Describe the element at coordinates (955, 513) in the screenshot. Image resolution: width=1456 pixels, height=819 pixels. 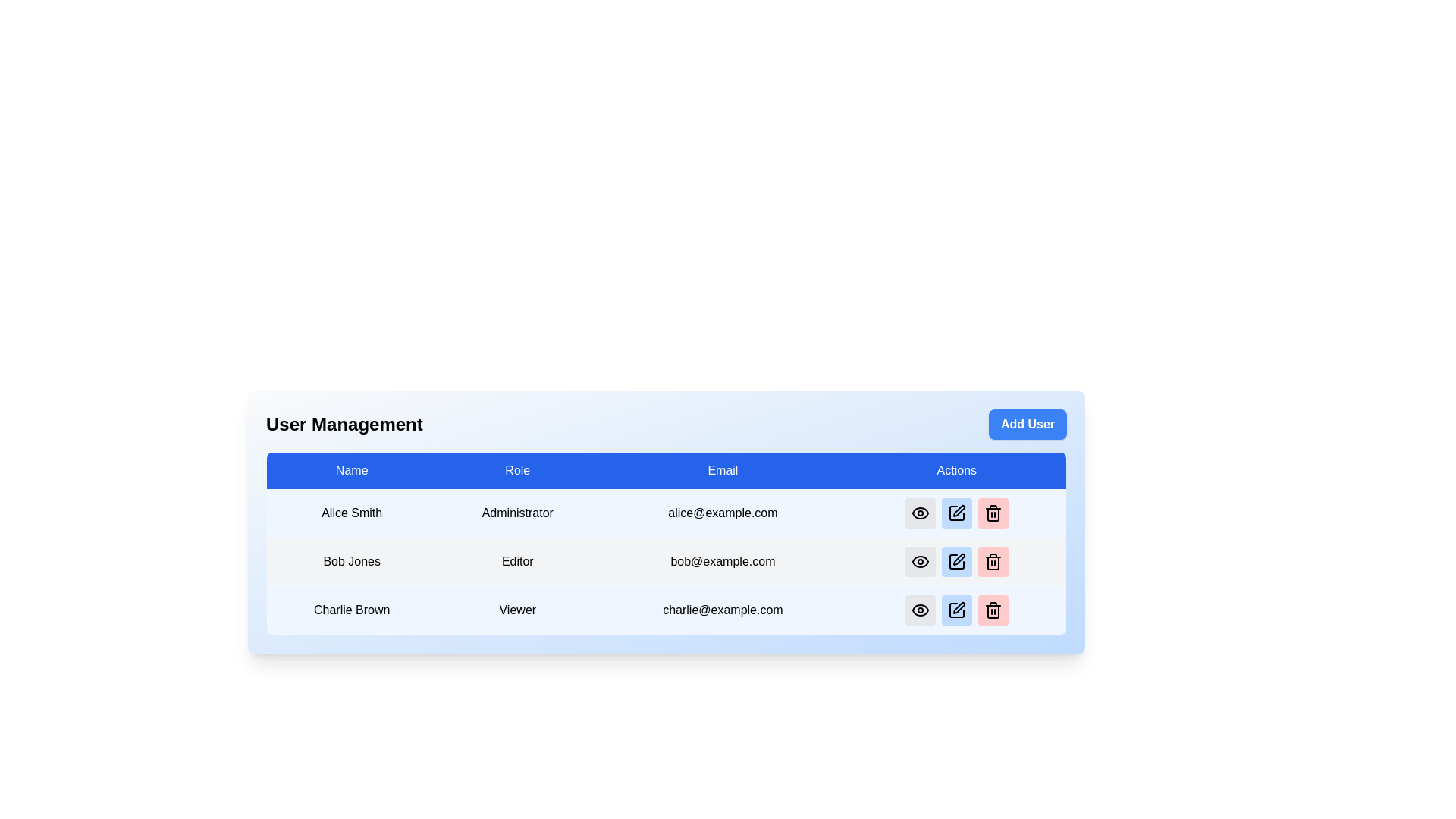
I see `the edit icon button with a blue background and a pen outline located in the 'Actions' column of the first row in the user list table` at that location.